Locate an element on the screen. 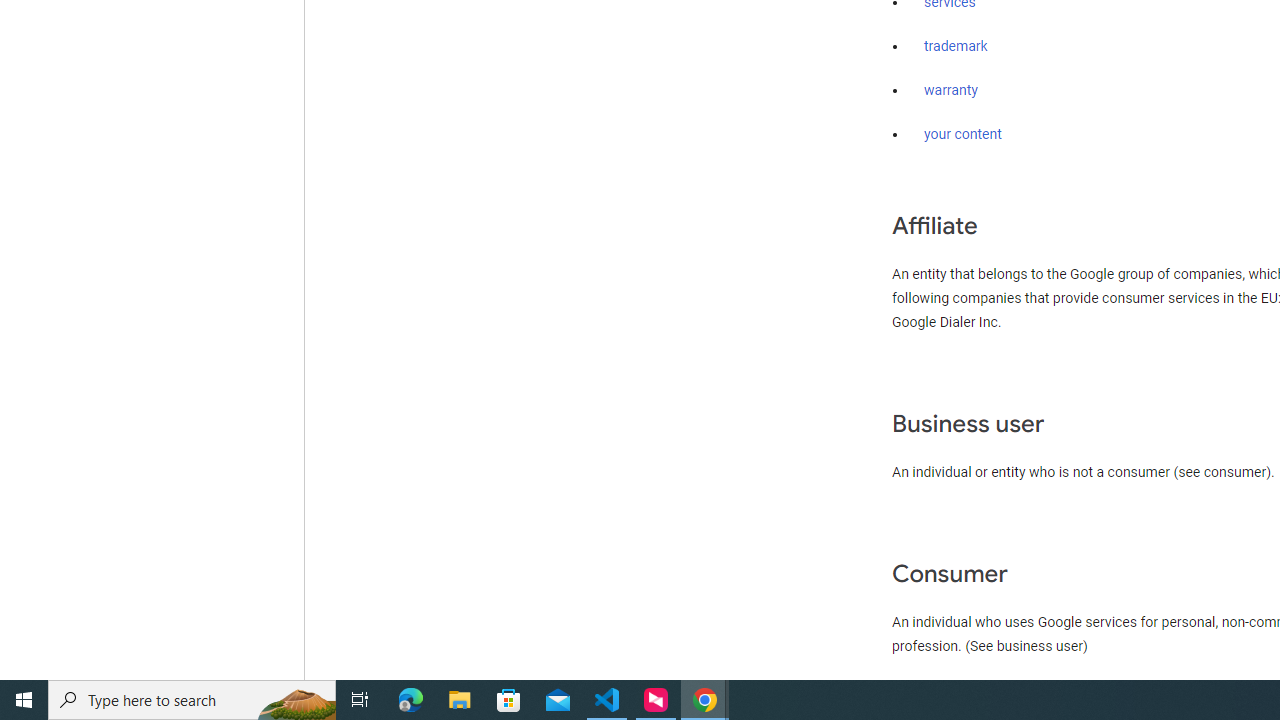 The height and width of the screenshot is (720, 1280). 'warranty' is located at coordinates (950, 91).